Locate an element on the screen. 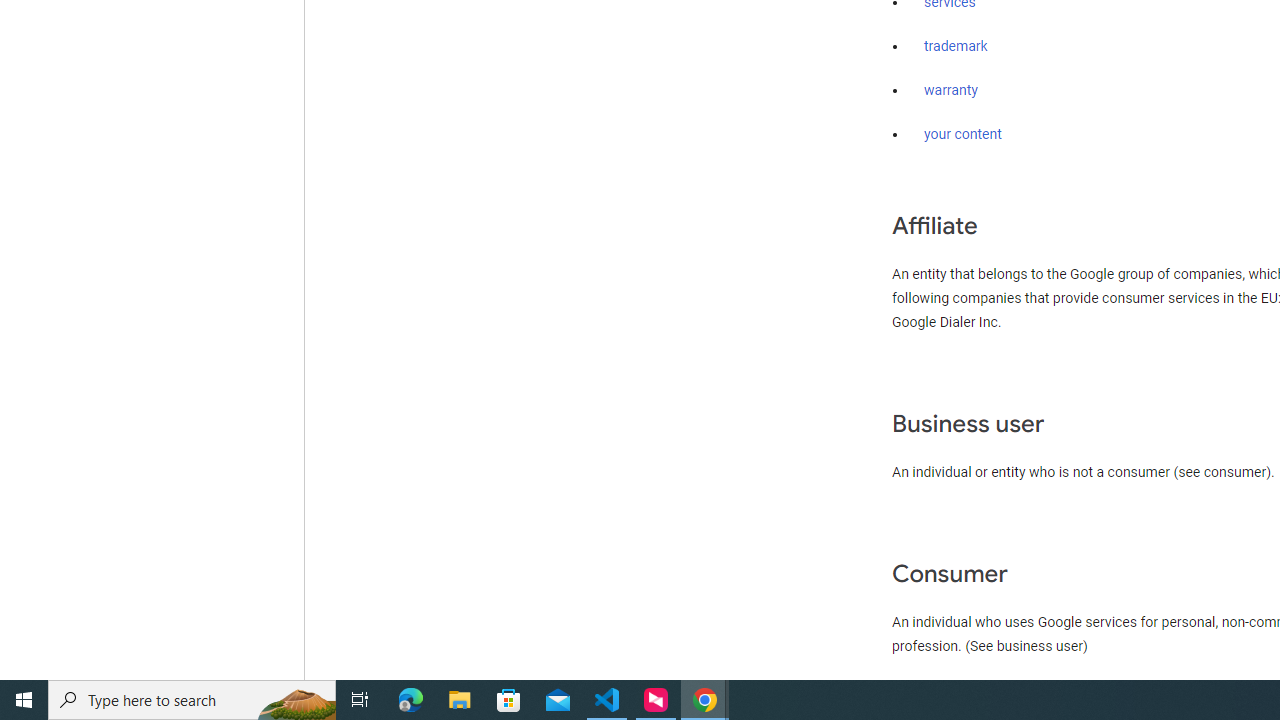 The height and width of the screenshot is (720, 1280). 'warranty' is located at coordinates (950, 91).